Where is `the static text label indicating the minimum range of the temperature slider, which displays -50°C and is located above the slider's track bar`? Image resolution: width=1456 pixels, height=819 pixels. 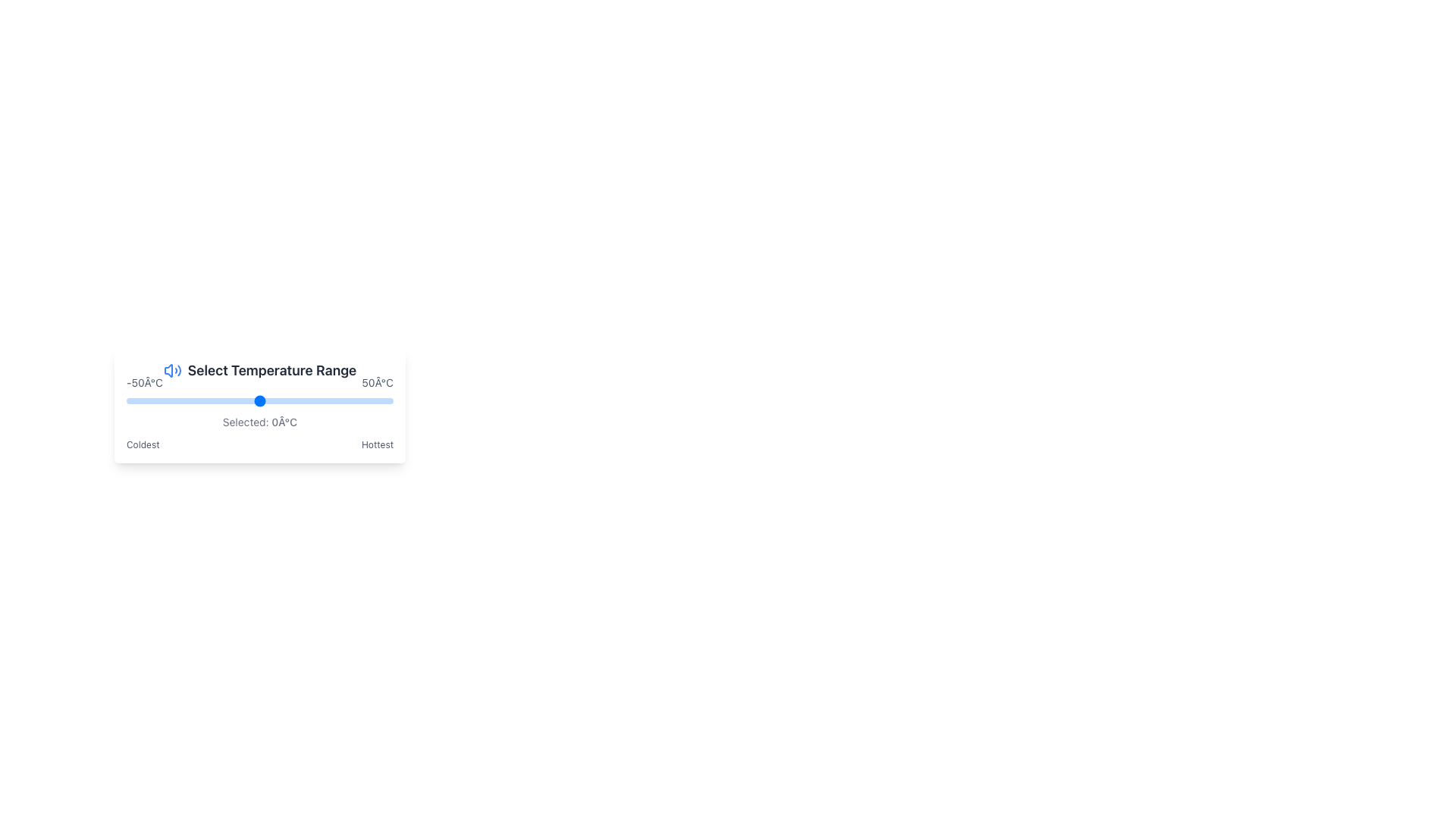 the static text label indicating the minimum range of the temperature slider, which displays -50°C and is located above the slider's track bar is located at coordinates (145, 382).